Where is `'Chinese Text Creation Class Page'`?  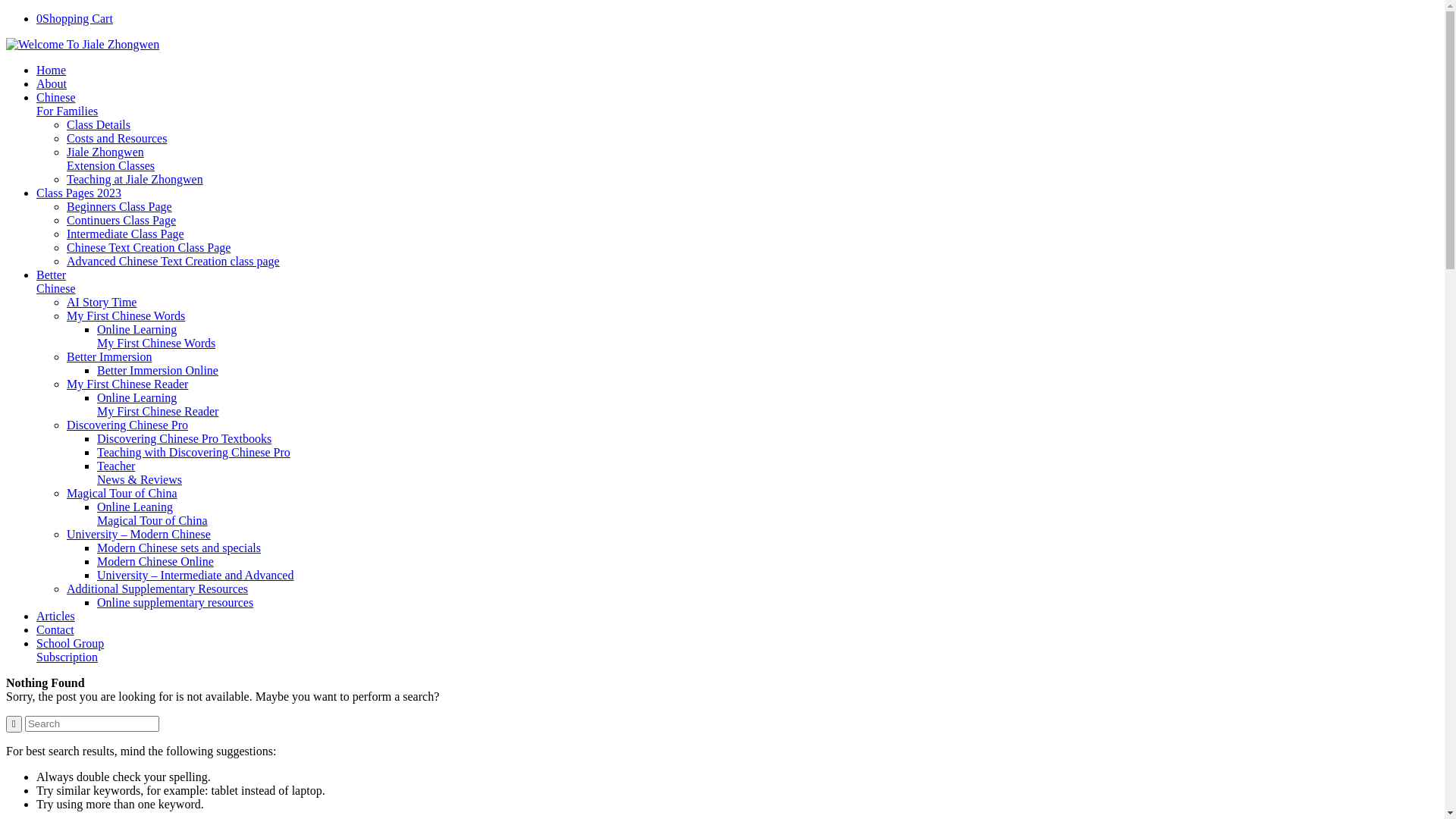 'Chinese Text Creation Class Page' is located at coordinates (149, 246).